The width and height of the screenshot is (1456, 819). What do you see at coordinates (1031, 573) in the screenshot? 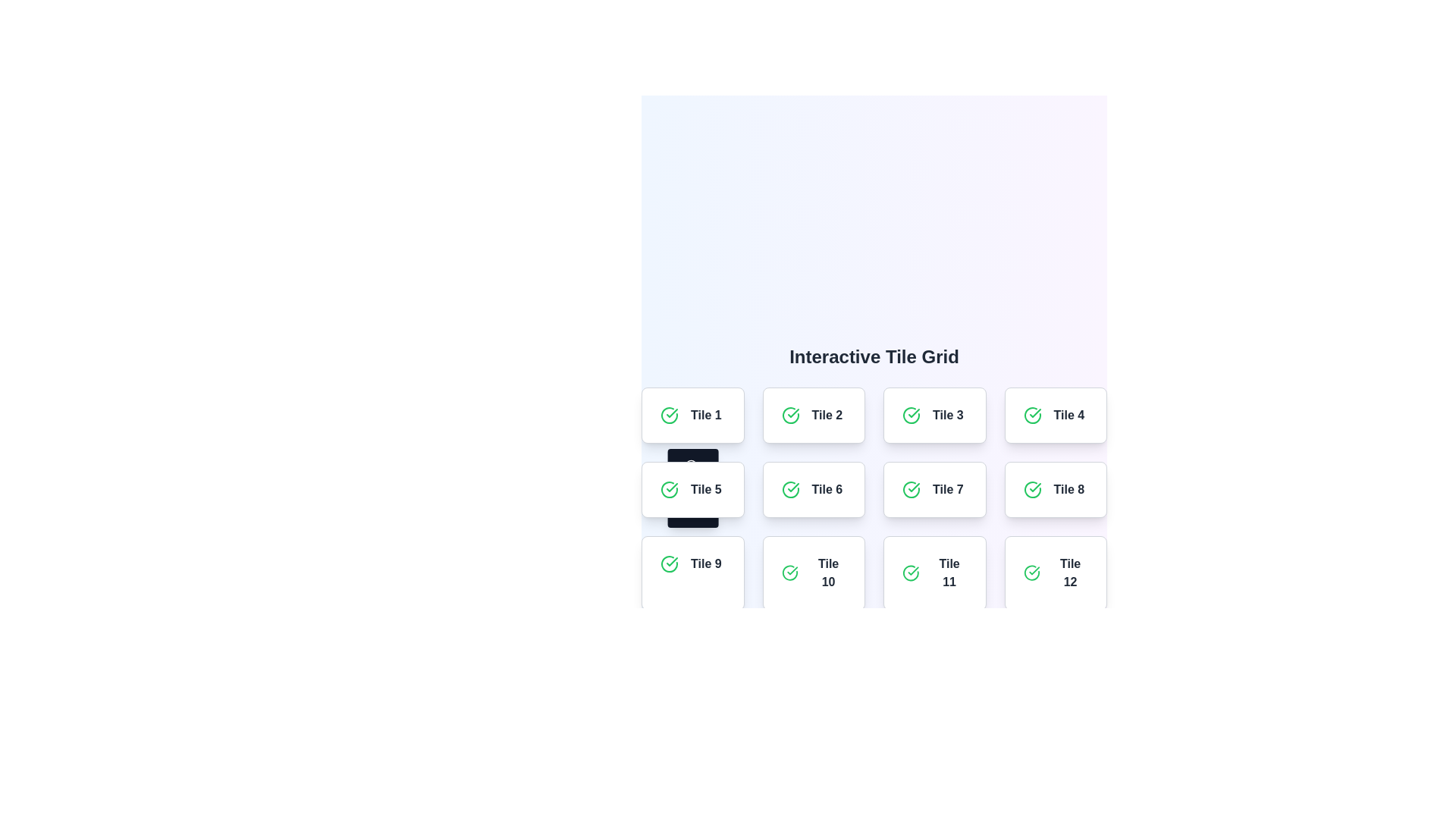
I see `green checkmark icon within a circled boundary located in the bottom-right corner of the grid for developer purposes` at bounding box center [1031, 573].